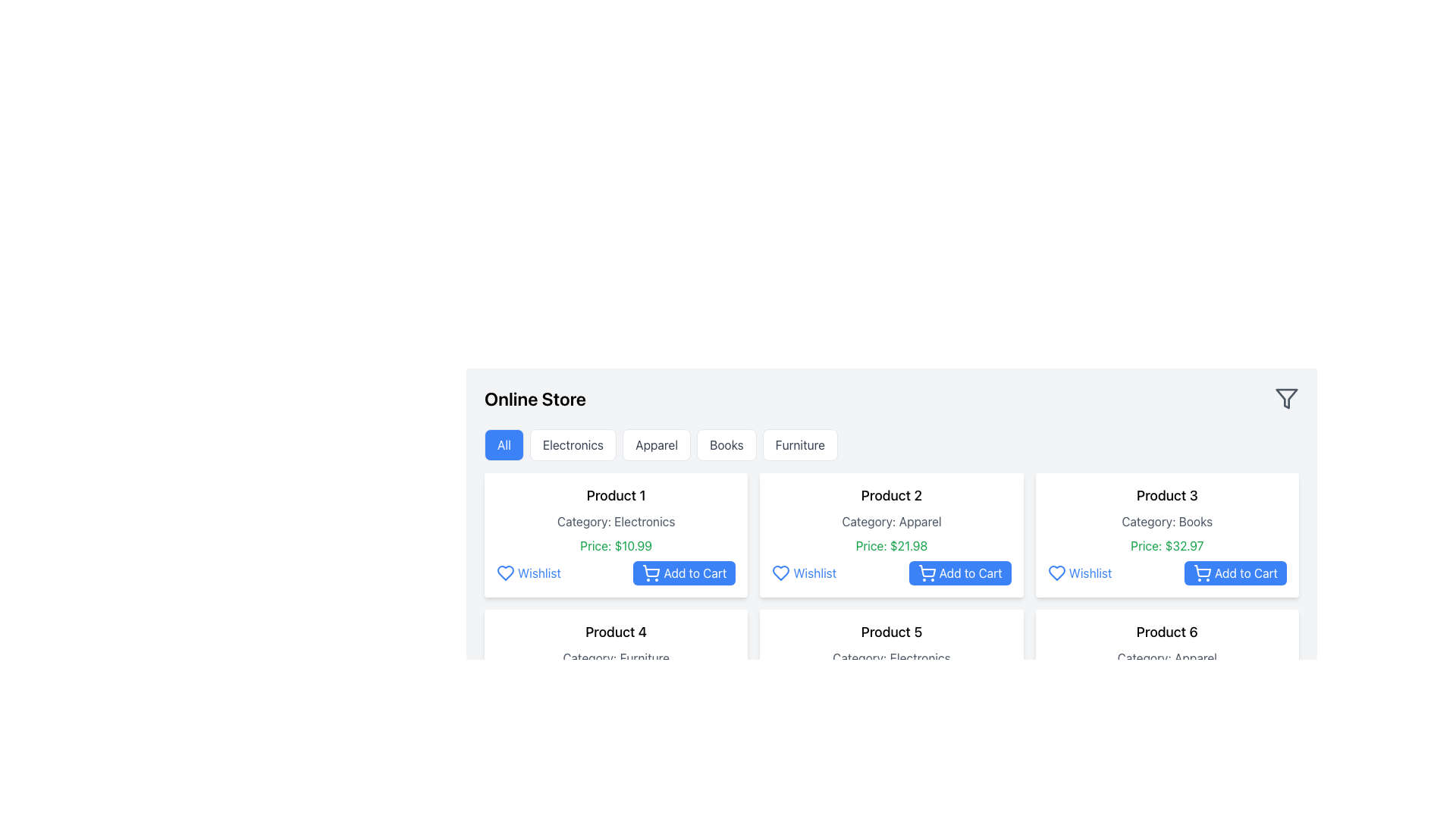 This screenshot has width=1456, height=819. I want to click on the triangular-shaped drawing resembling an inverted funnel inside the filter icon located at the top-right corner of the interface, so click(1286, 397).